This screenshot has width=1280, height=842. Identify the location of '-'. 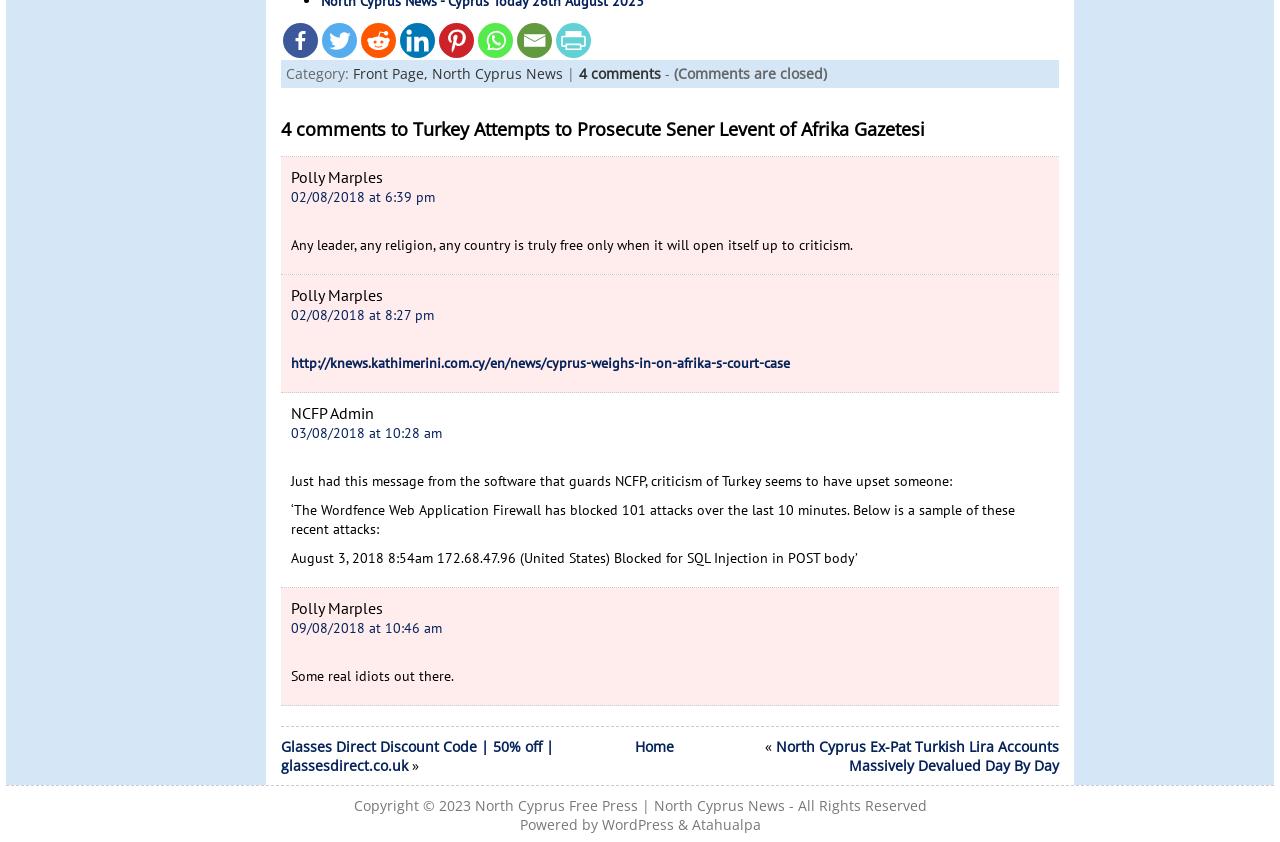
(667, 71).